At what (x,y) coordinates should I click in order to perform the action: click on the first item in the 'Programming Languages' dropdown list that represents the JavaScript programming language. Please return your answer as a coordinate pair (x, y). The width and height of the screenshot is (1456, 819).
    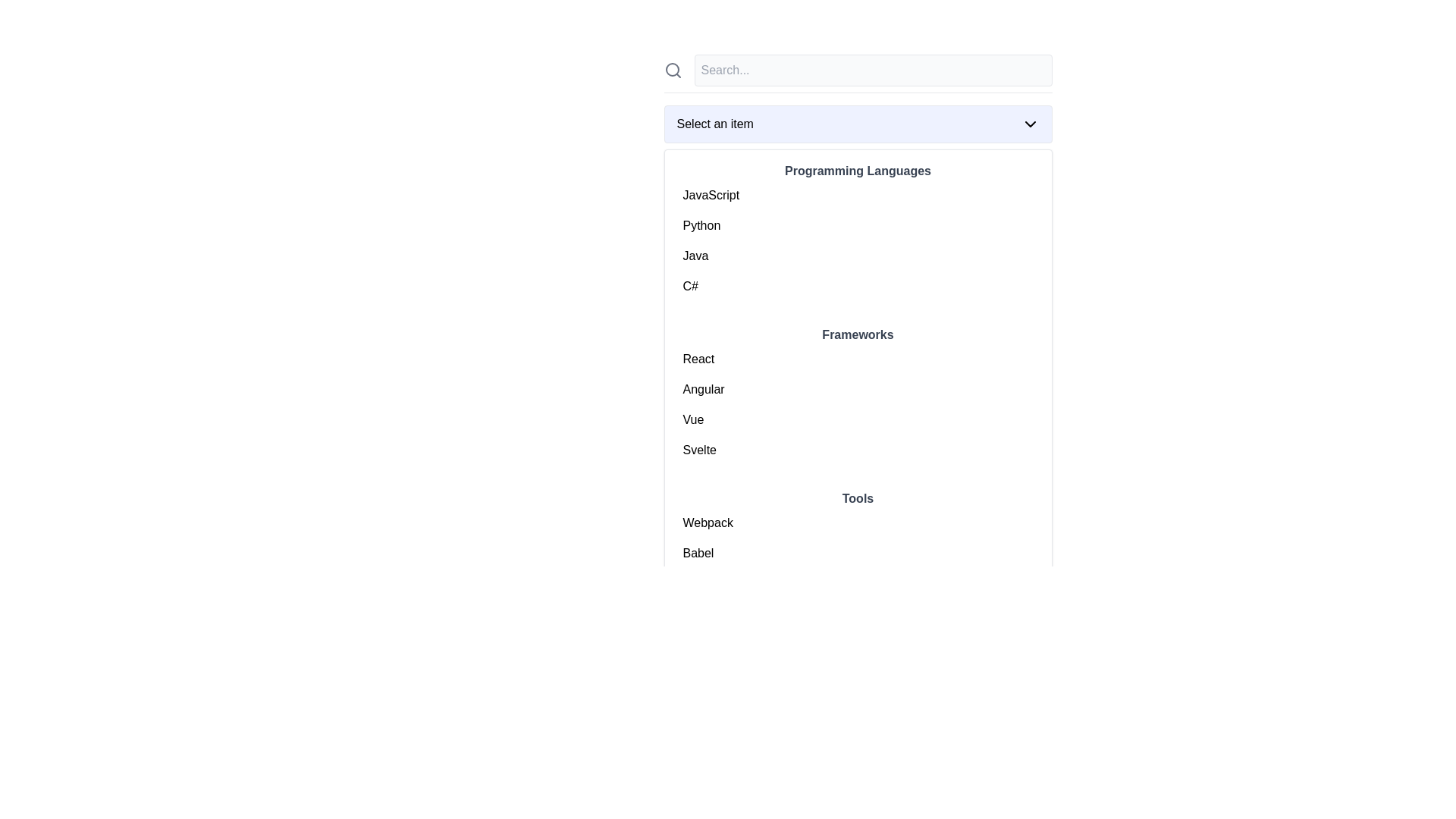
    Looking at the image, I should click on (858, 195).